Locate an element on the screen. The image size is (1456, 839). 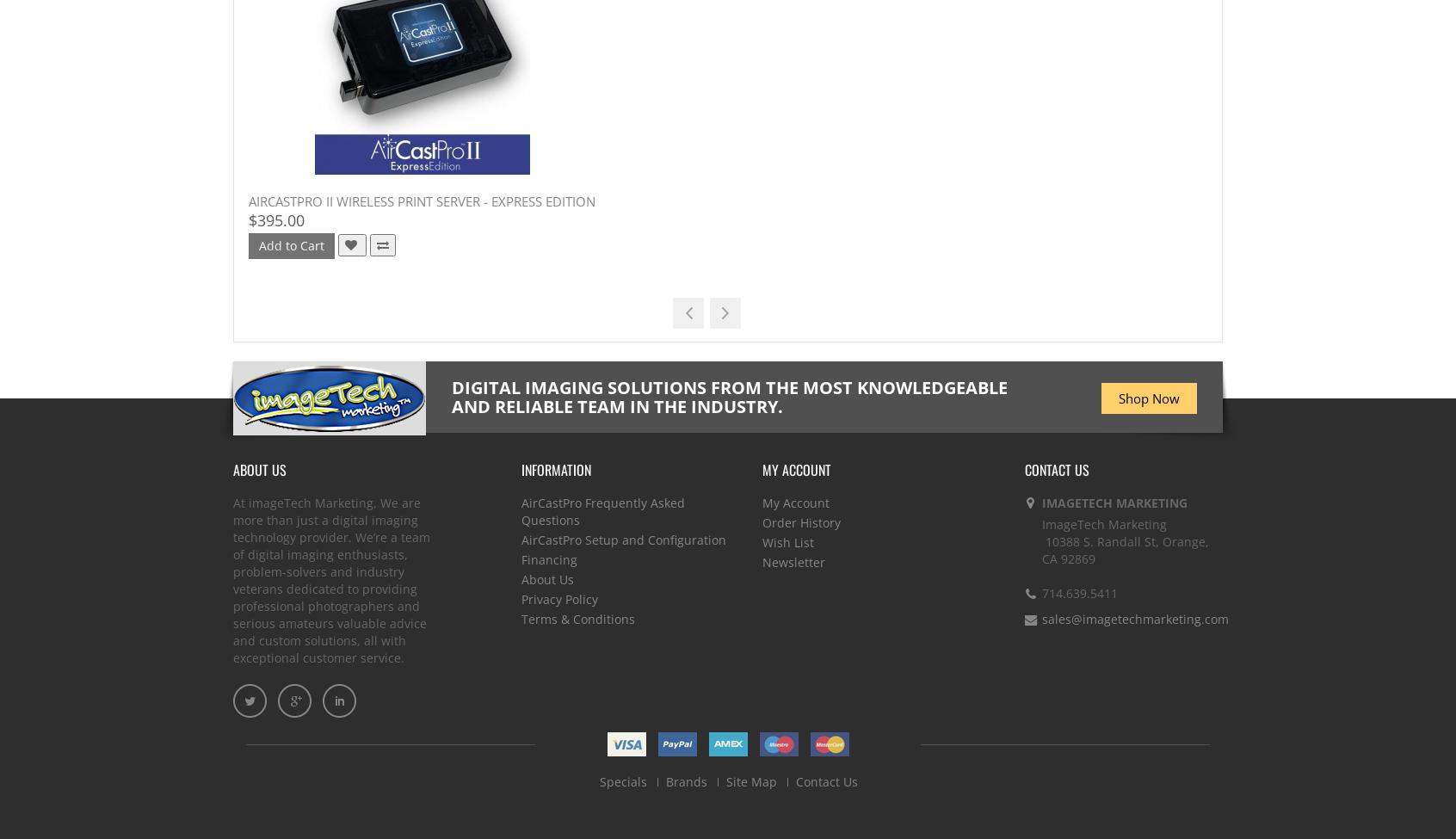
'AirCastPro Setup and Configuration' is located at coordinates (623, 540).